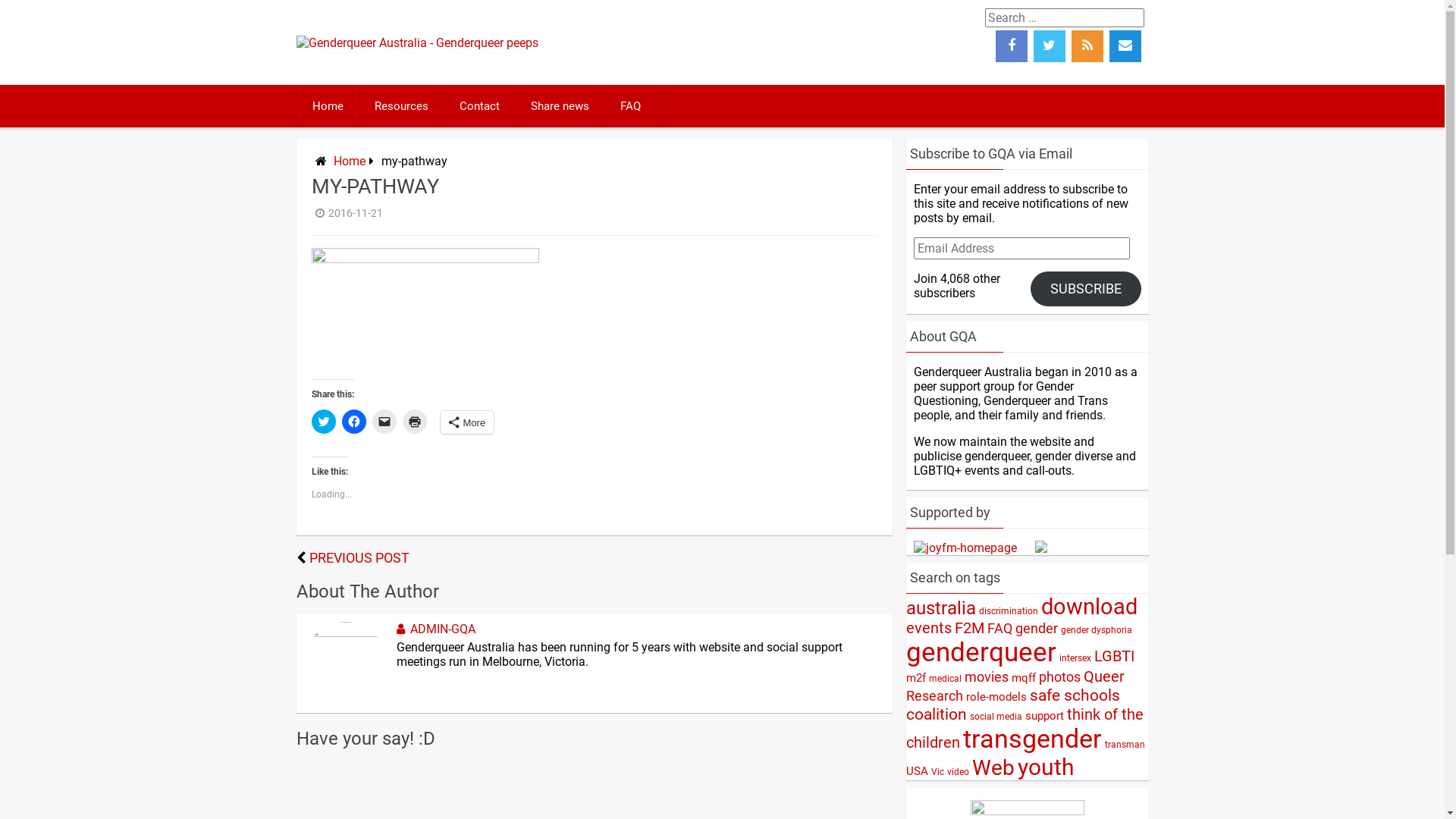 The height and width of the screenshot is (819, 1456). What do you see at coordinates (401, 105) in the screenshot?
I see `'Resources'` at bounding box center [401, 105].